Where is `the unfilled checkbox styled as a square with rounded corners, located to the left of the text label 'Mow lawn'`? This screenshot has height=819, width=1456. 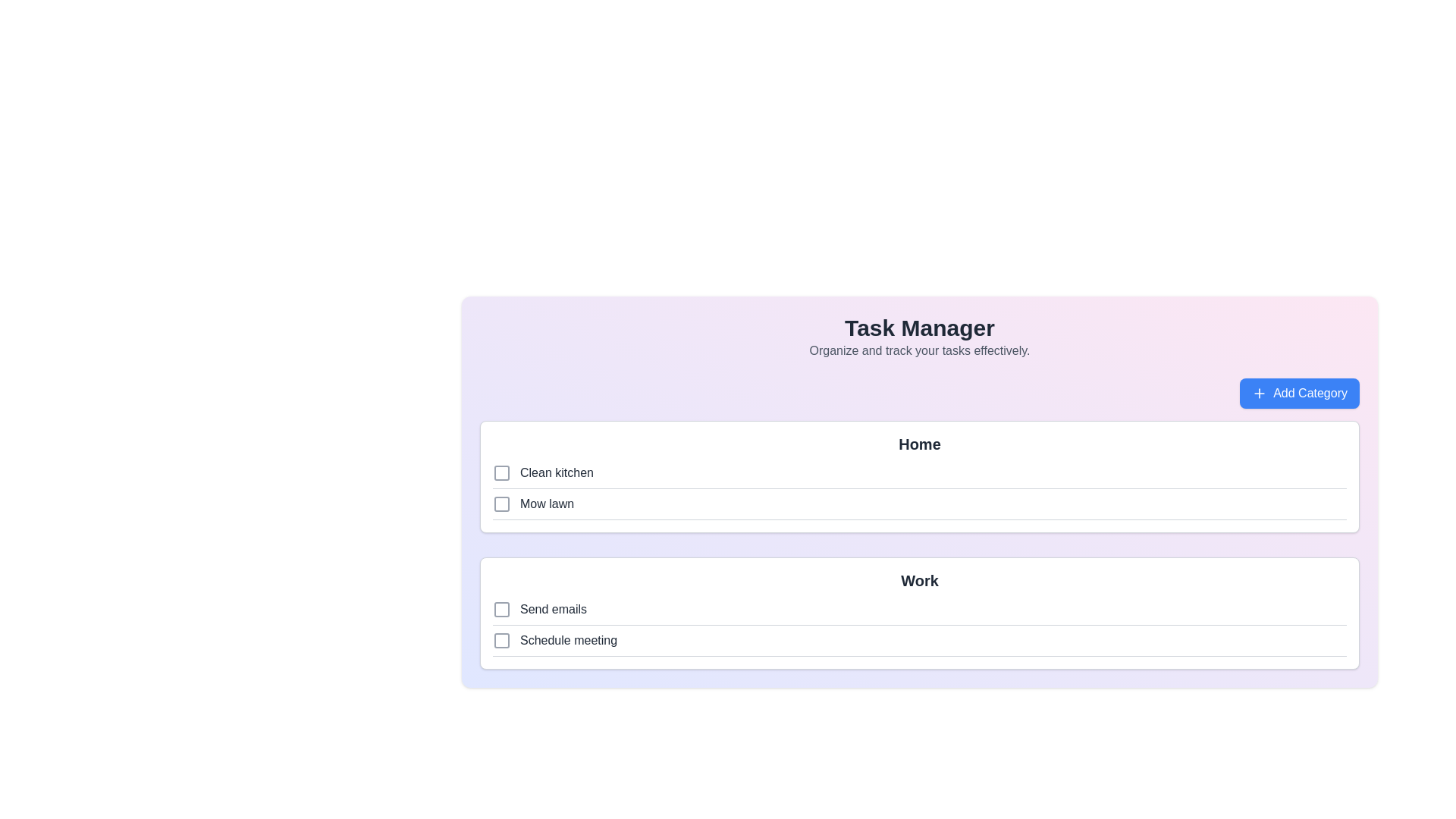
the unfilled checkbox styled as a square with rounded corners, located to the left of the text label 'Mow lawn' is located at coordinates (502, 504).